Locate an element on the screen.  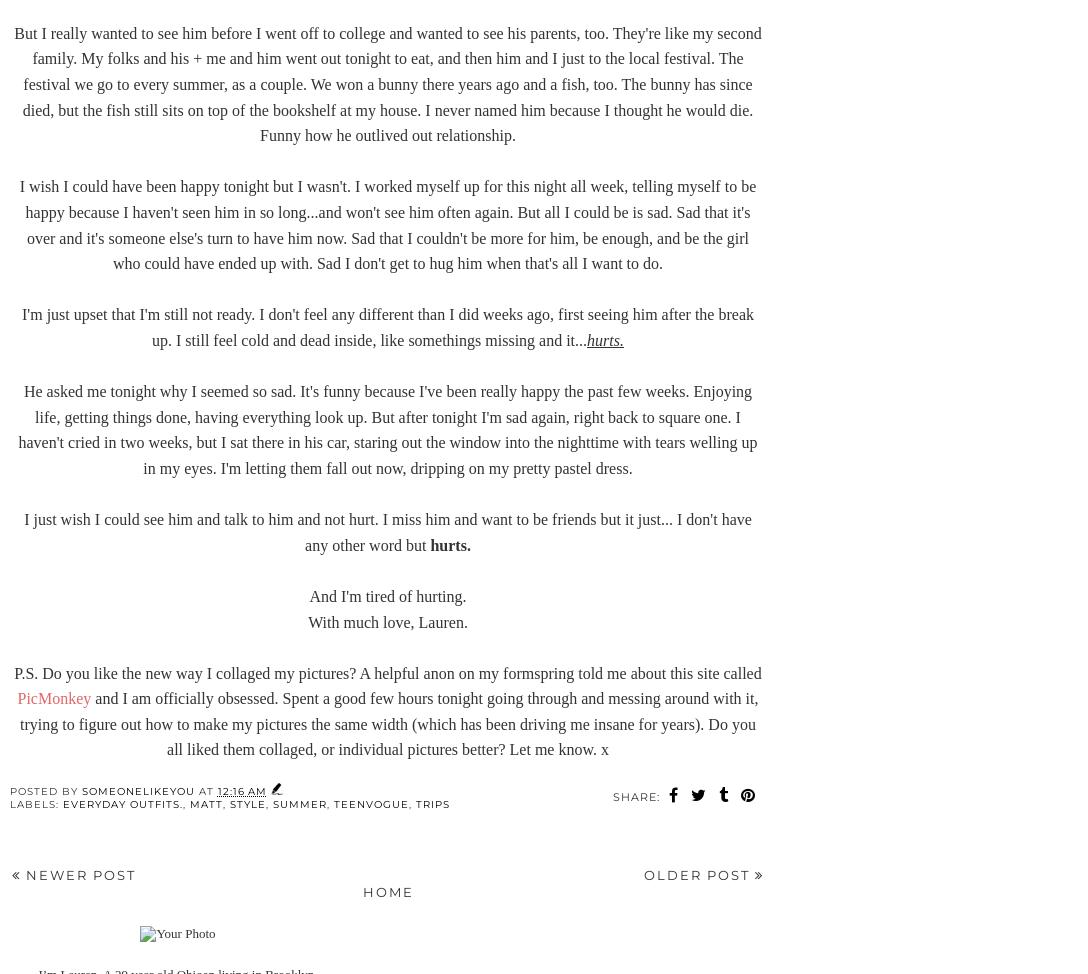
'12:16 AM' is located at coordinates (240, 790).